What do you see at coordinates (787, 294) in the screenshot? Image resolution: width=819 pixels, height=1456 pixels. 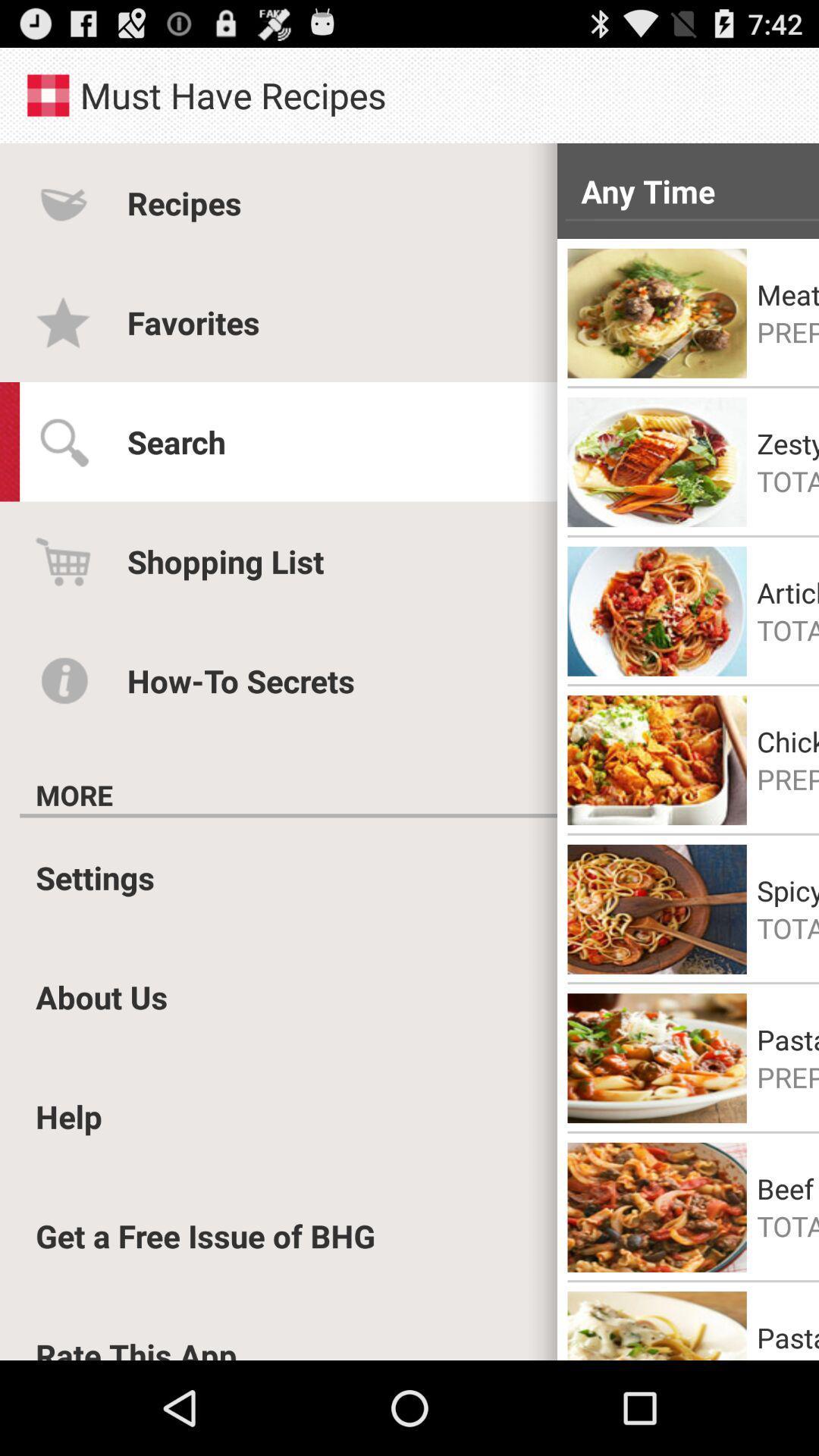 I see `item above the prep 40 min item` at bounding box center [787, 294].